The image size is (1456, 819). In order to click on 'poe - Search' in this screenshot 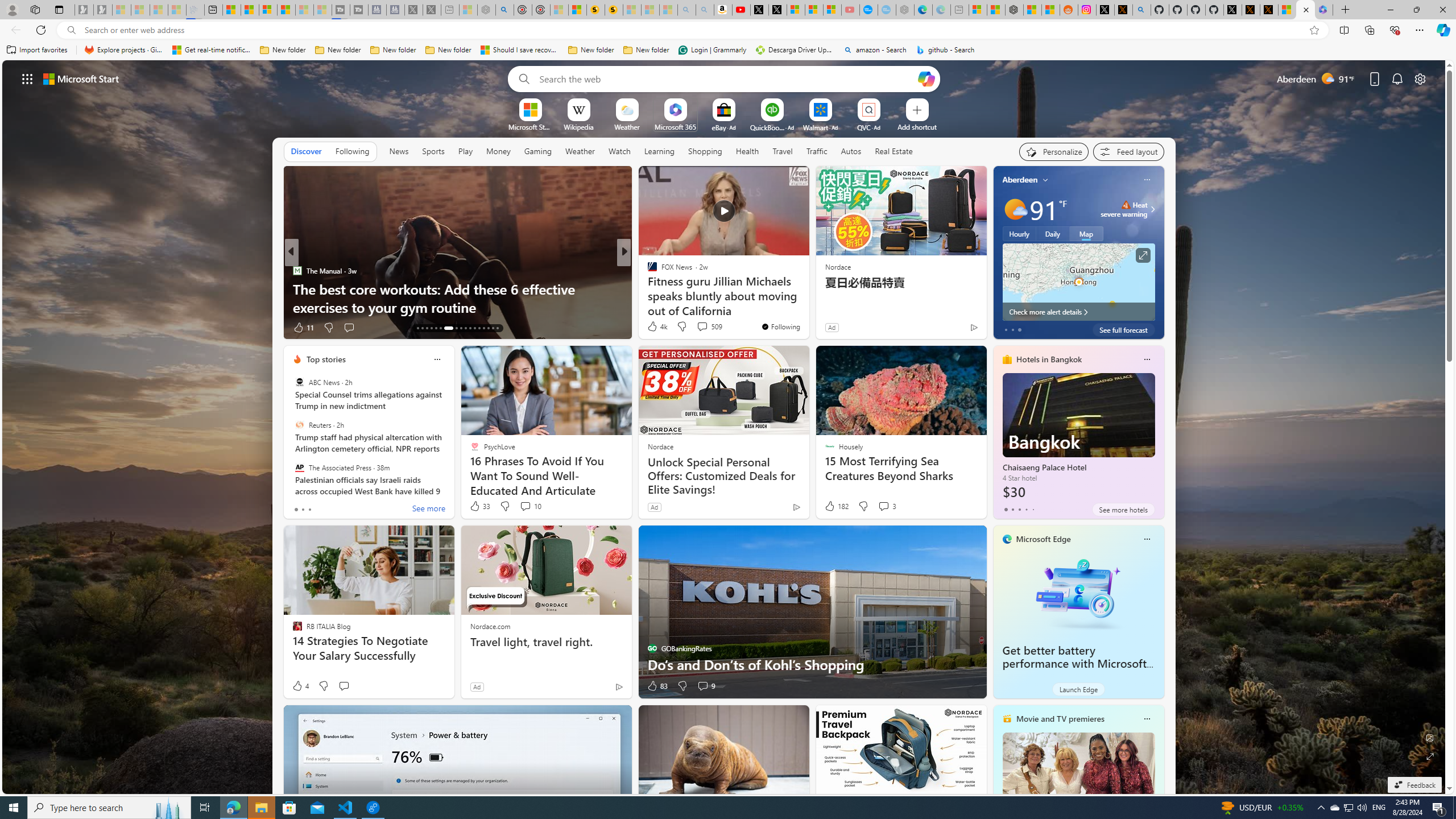, I will do `click(504, 9)`.